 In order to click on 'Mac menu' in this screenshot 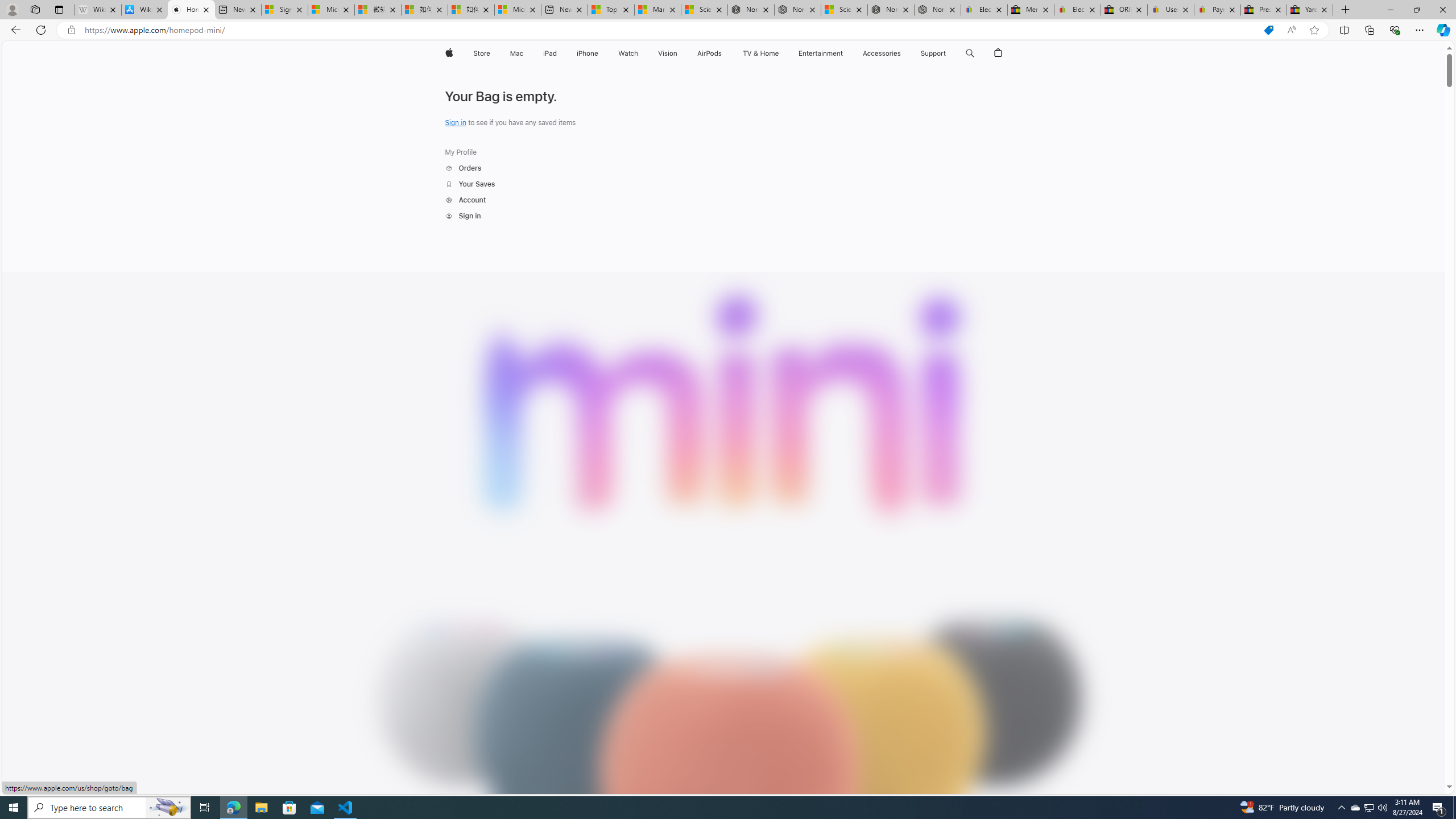, I will do `click(524, 53)`.